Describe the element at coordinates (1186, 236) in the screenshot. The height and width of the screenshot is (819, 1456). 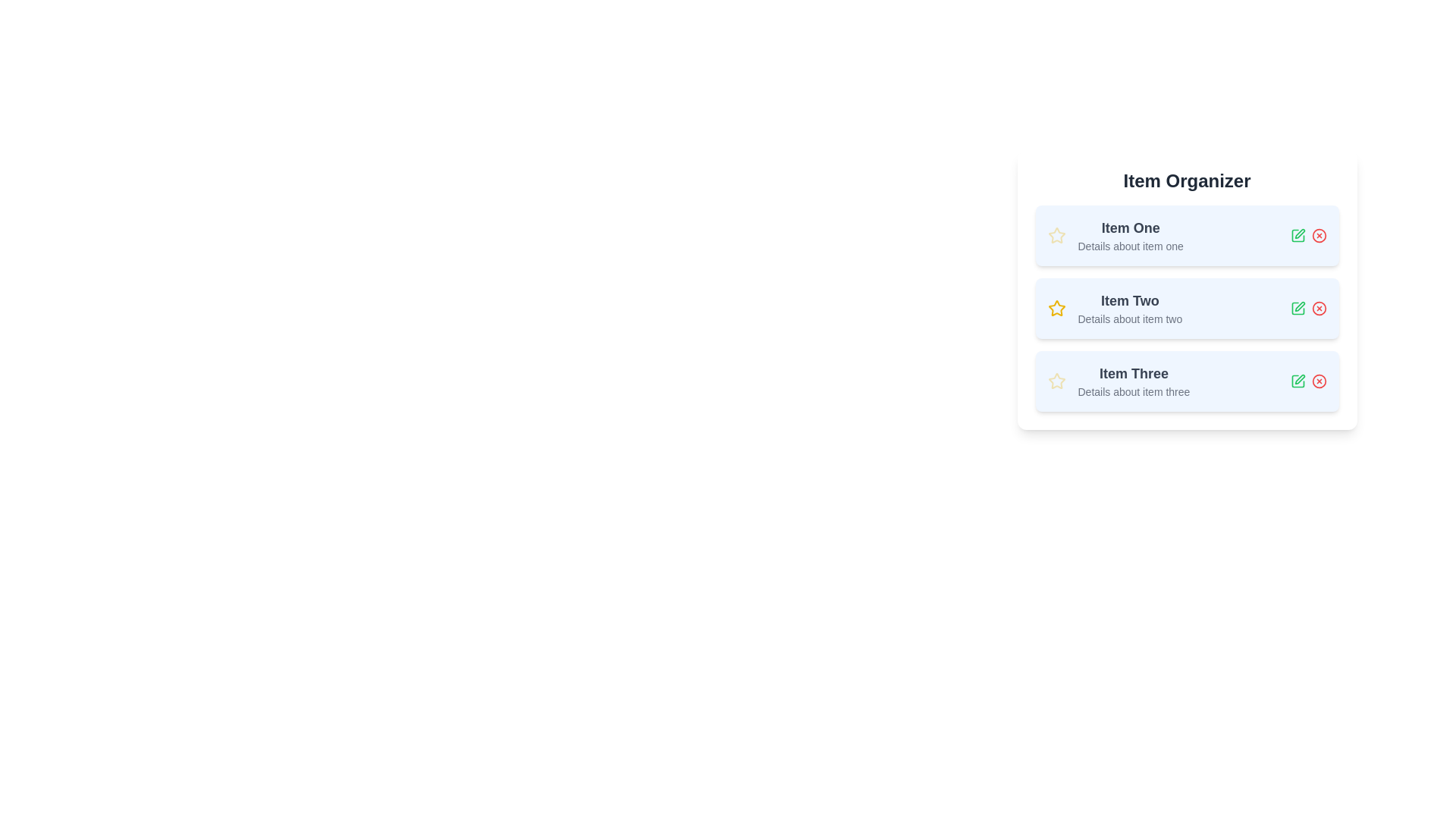
I see `the item to read its details. Specify the item number as 1` at that location.